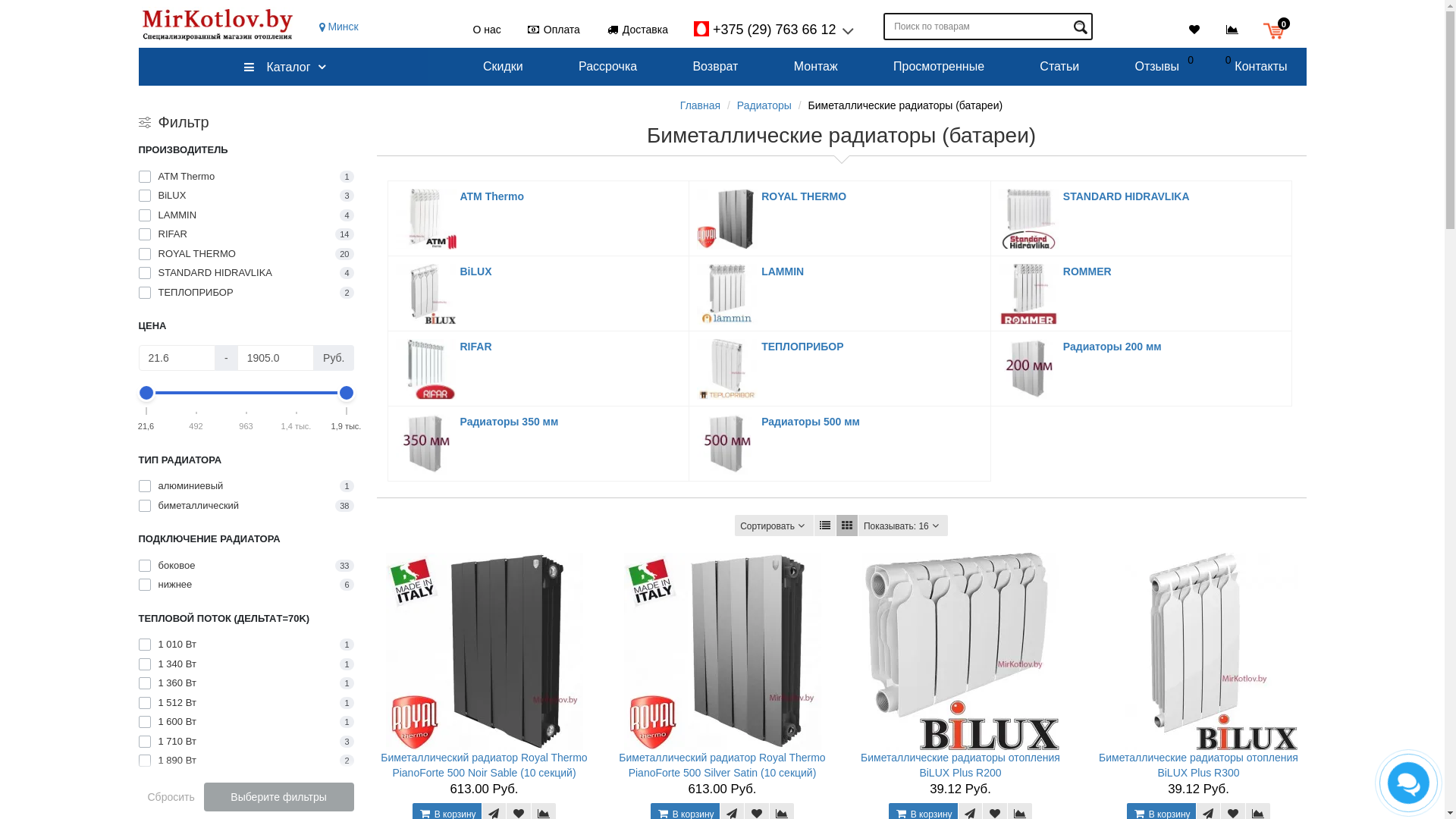 The height and width of the screenshot is (819, 1456). What do you see at coordinates (246, 215) in the screenshot?
I see `'LAMMIN` at bounding box center [246, 215].